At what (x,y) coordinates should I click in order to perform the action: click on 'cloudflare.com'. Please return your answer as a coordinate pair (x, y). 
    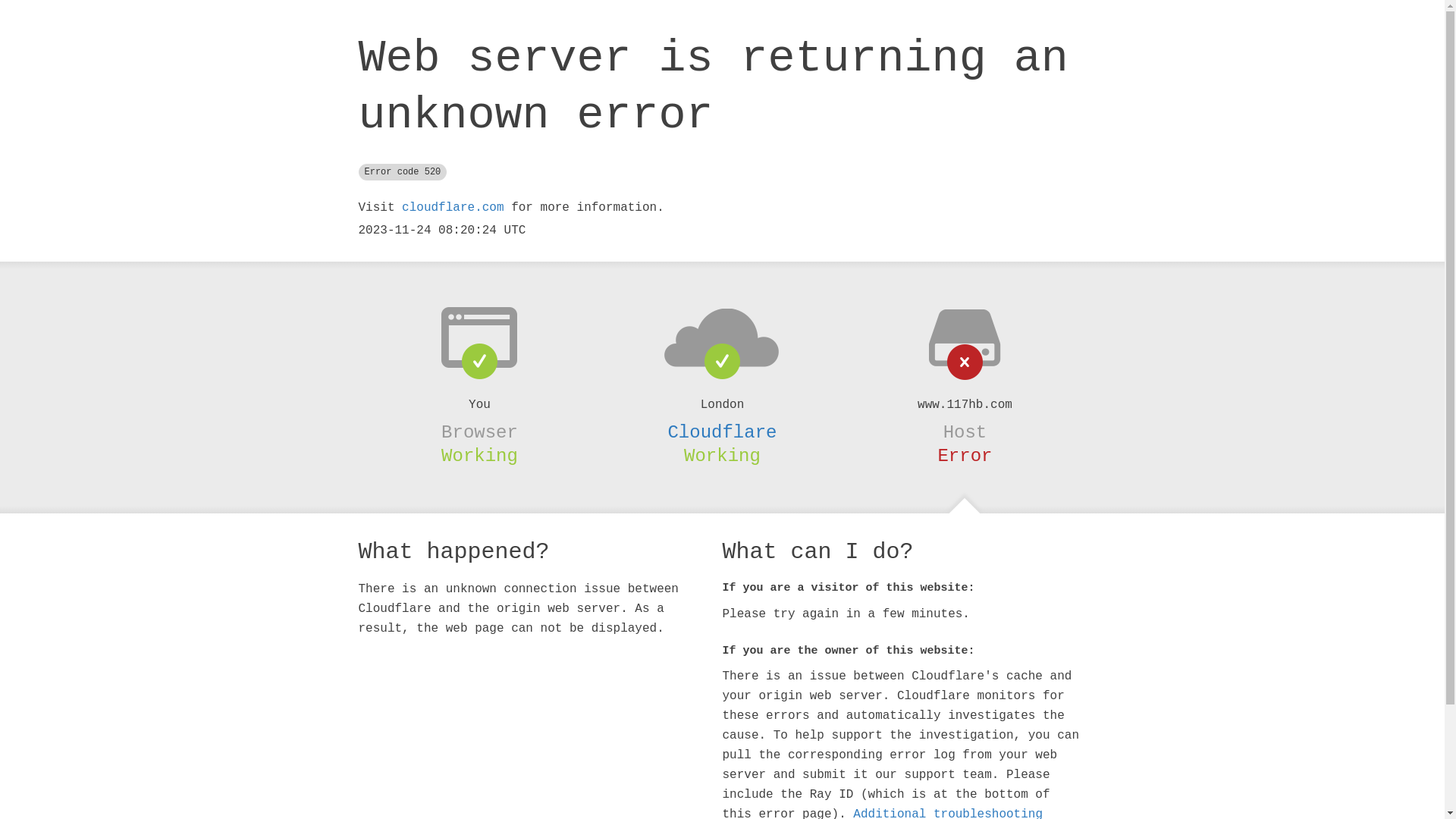
    Looking at the image, I should click on (451, 207).